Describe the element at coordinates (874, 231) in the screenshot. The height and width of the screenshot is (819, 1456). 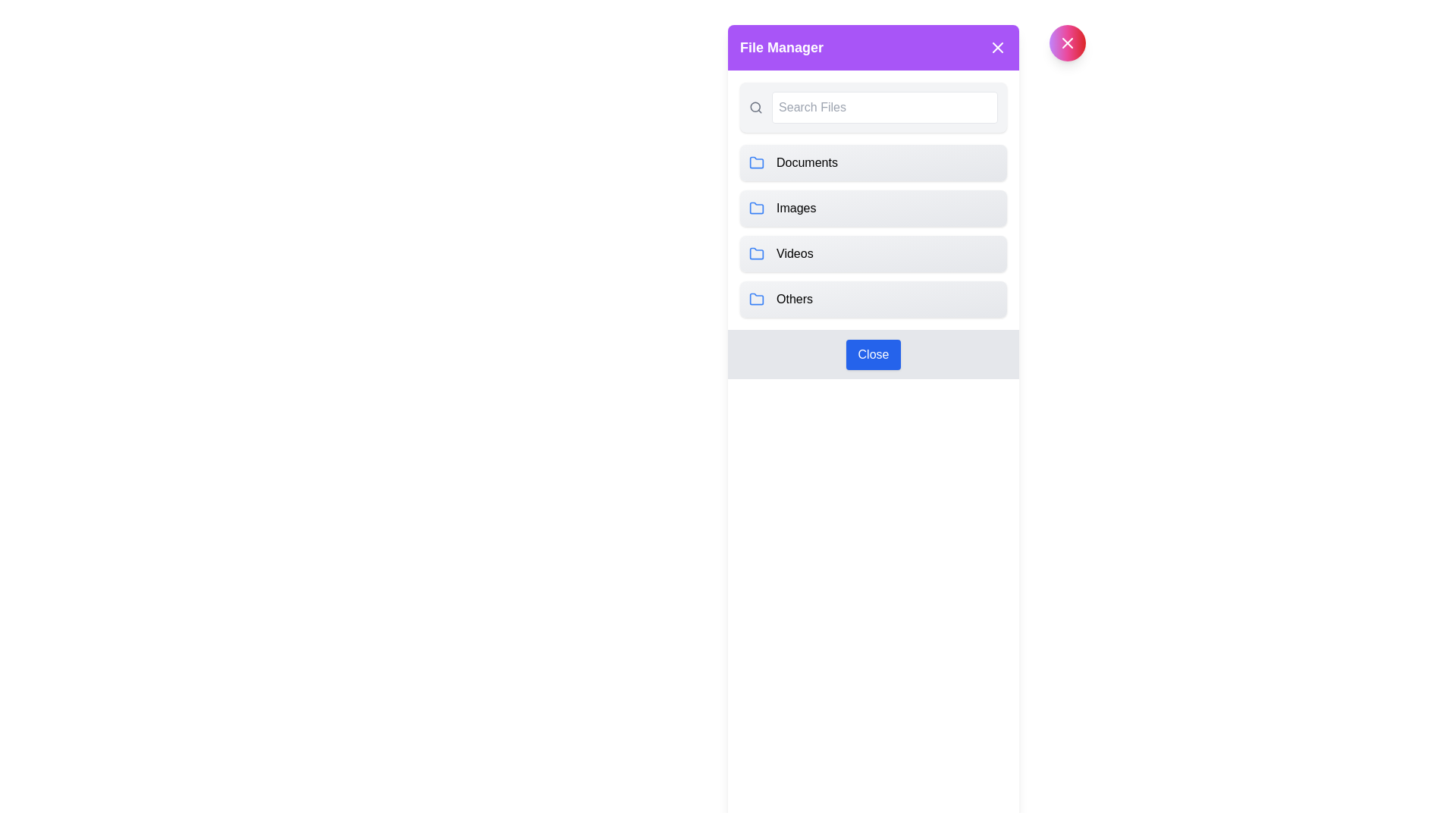
I see `the second navigational option in the 'File Manager' modal` at that location.